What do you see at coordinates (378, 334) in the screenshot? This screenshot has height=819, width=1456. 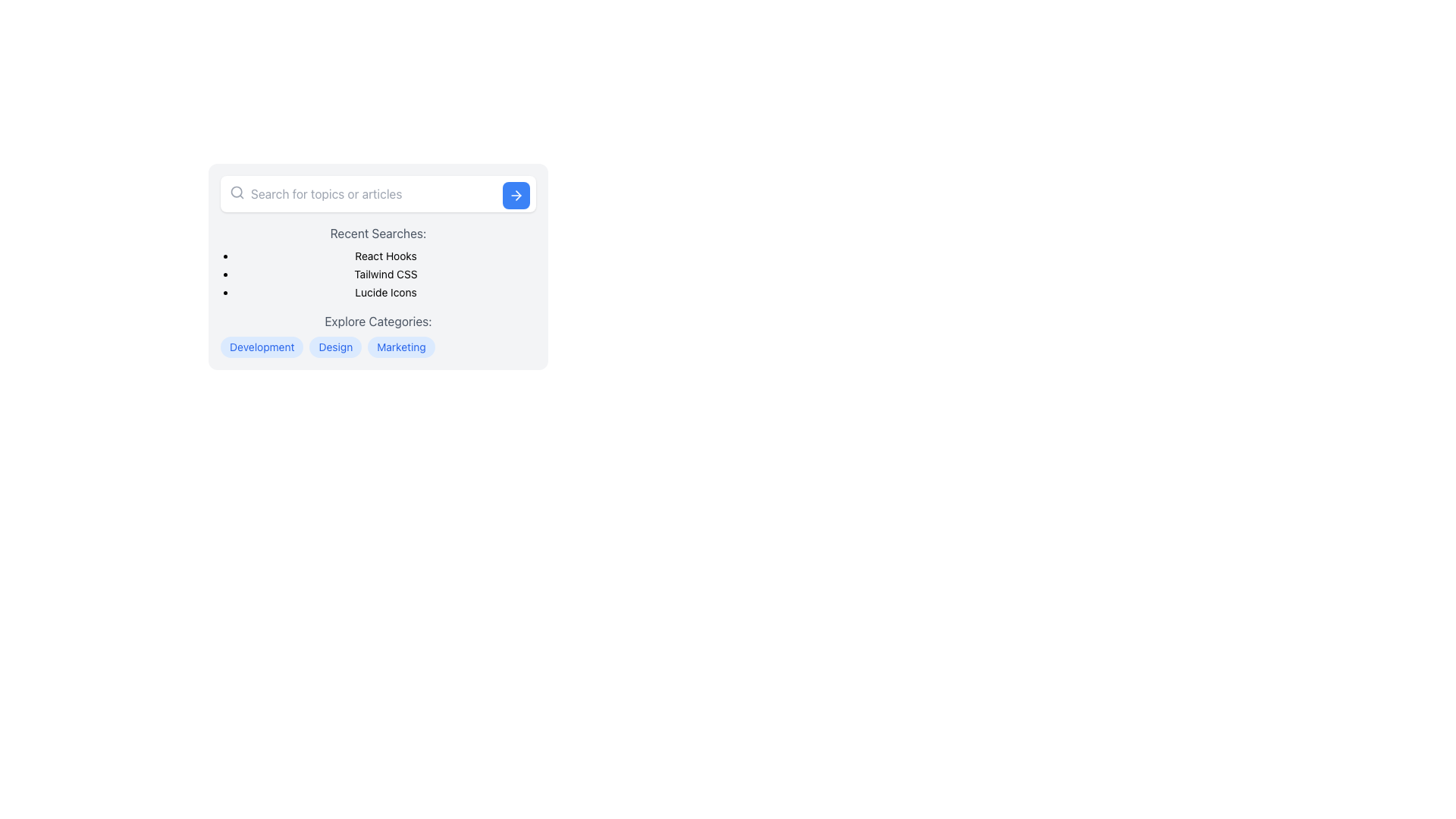 I see `one of the category tags following the text label 'Explore Categories:' which has a light blue background and blue text` at bounding box center [378, 334].